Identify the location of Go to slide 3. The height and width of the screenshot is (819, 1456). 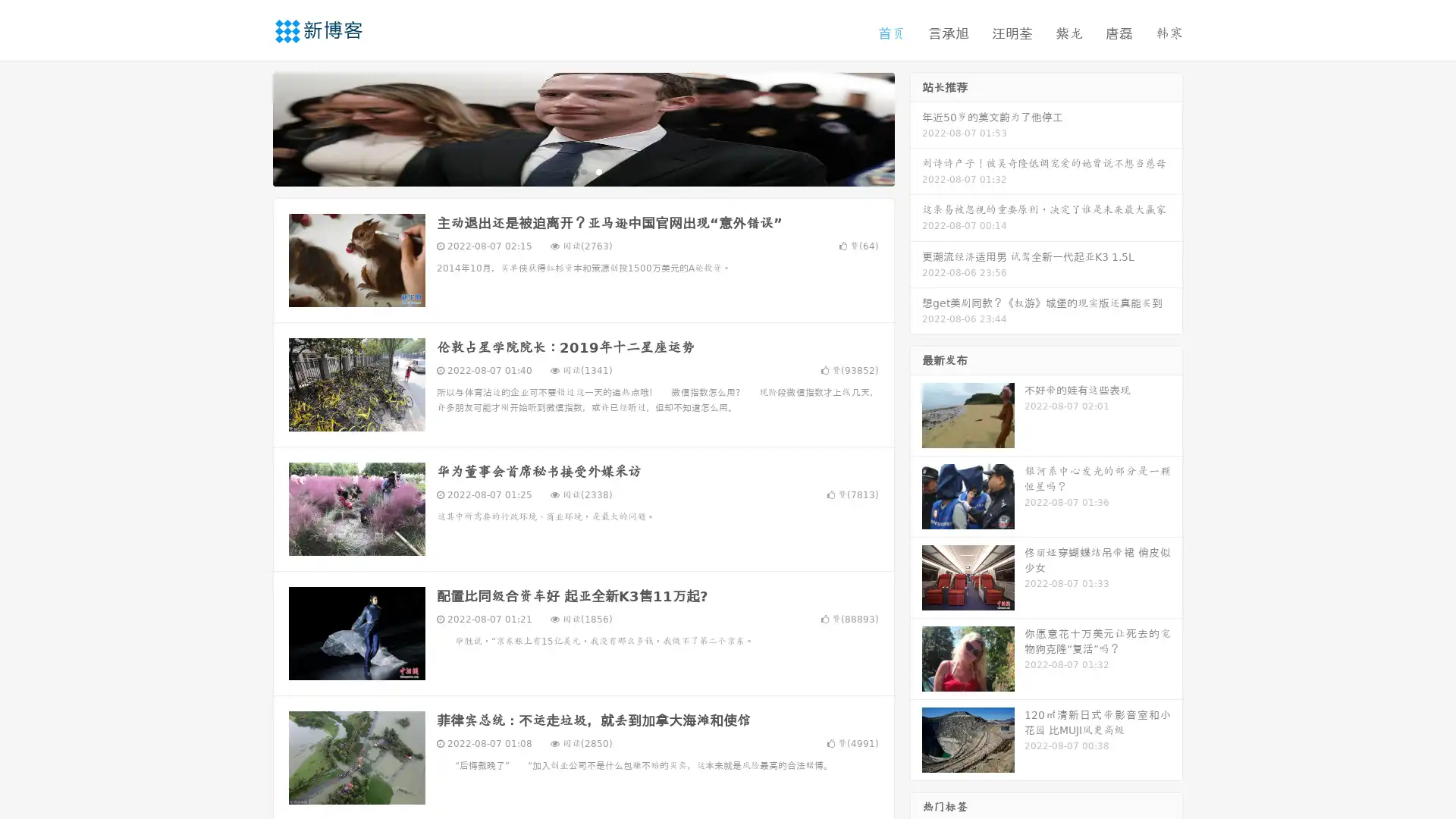
(598, 171).